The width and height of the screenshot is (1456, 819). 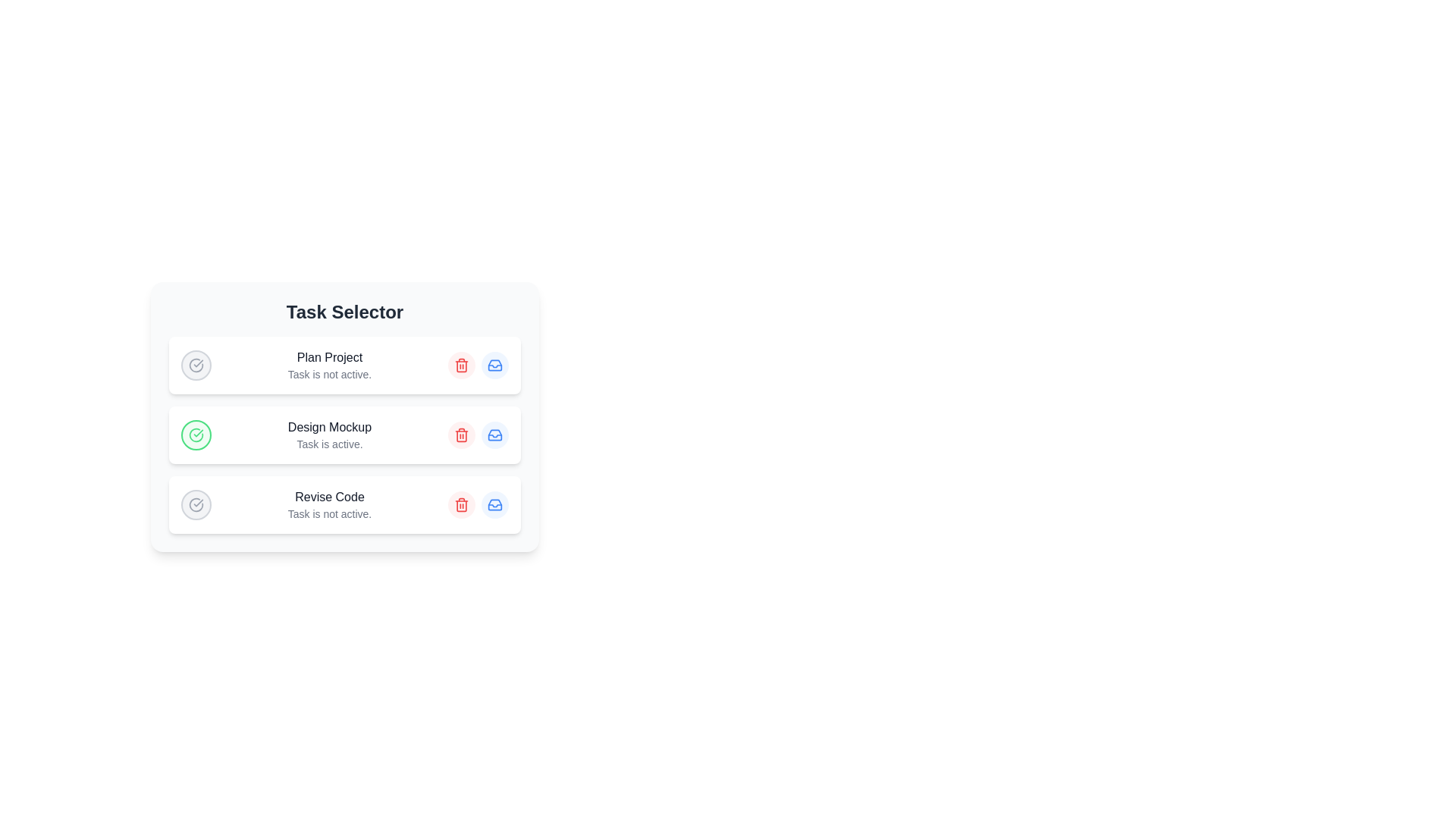 I want to click on the text block that describes the task 'Revise Code' and its status 'Task is not active.' in the third row of the task list interface, so click(x=329, y=505).